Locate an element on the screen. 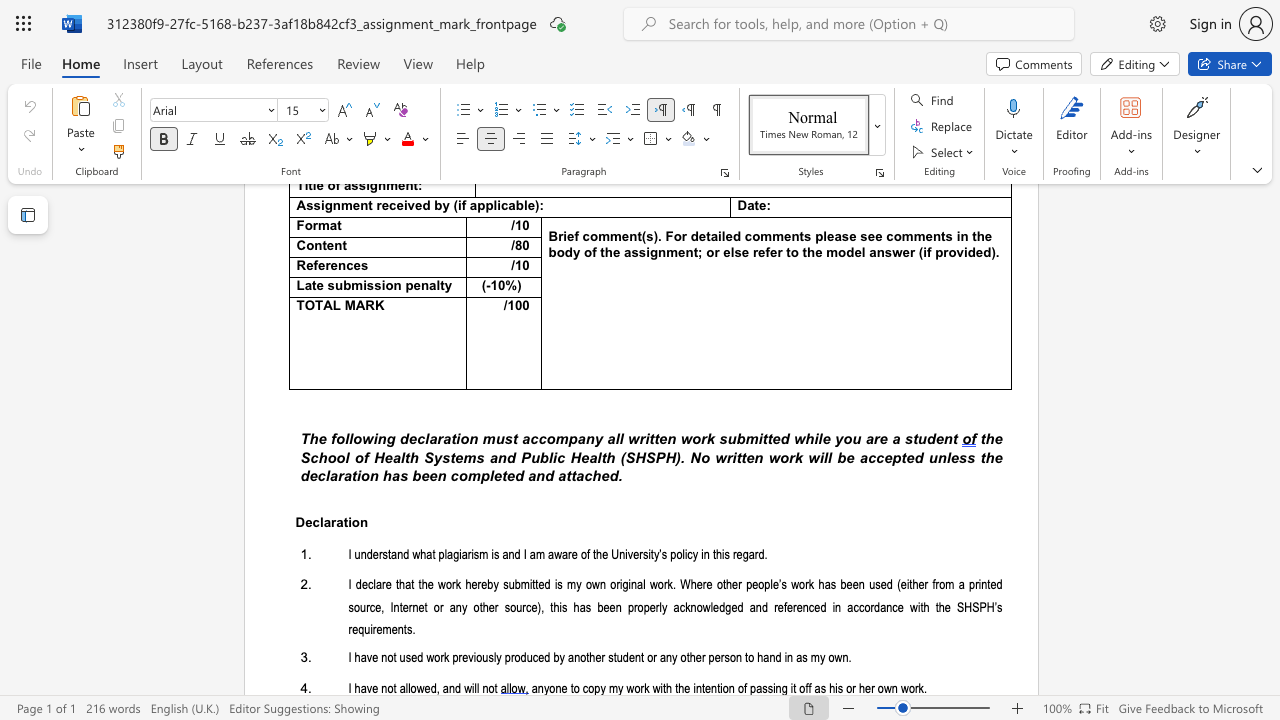 The width and height of the screenshot is (1280, 720). the subset text "lic Health (SHSPH)" within the text "School of Health Systems and Public Health (SHSPH)." is located at coordinates (548, 457).